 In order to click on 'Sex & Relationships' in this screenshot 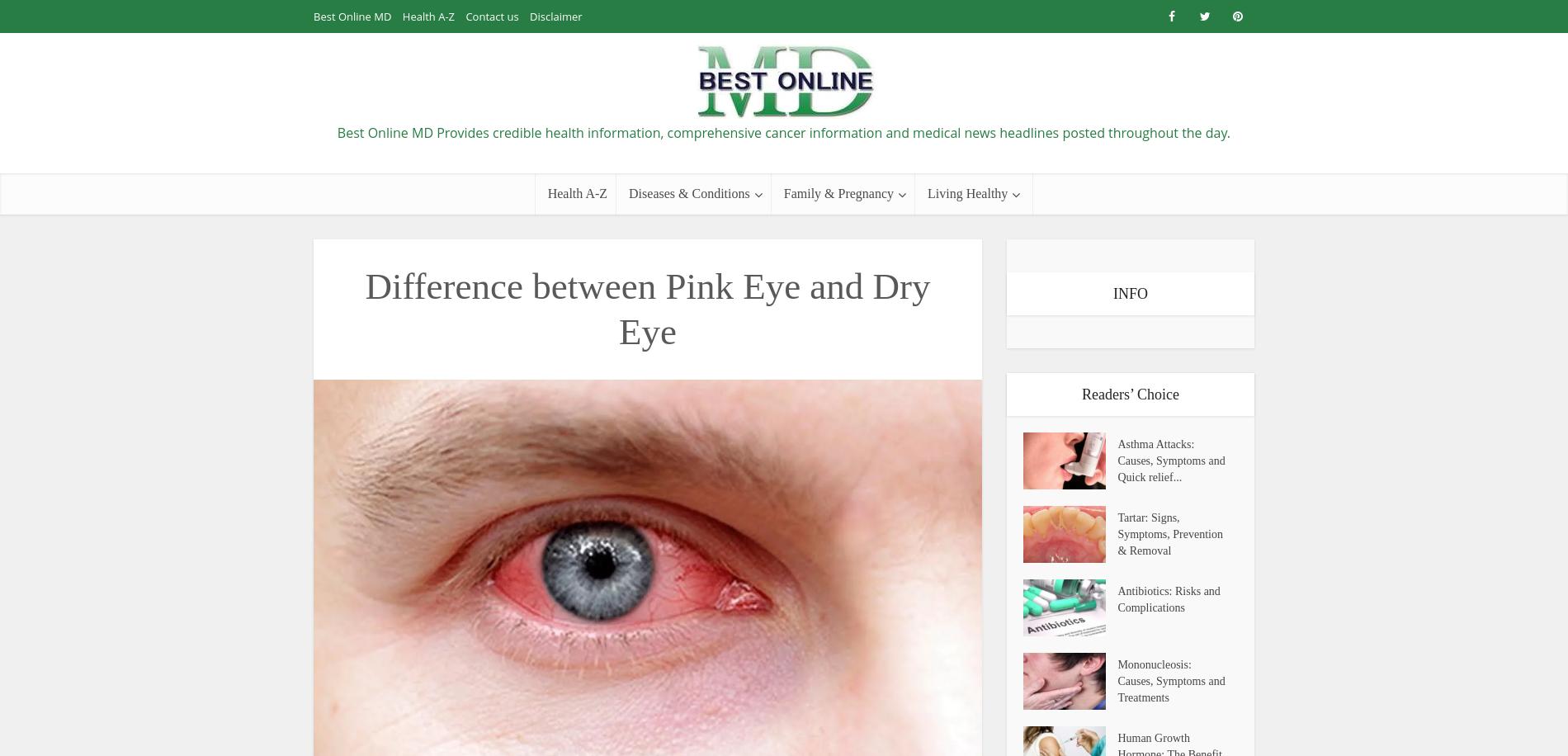, I will do `click(829, 403)`.